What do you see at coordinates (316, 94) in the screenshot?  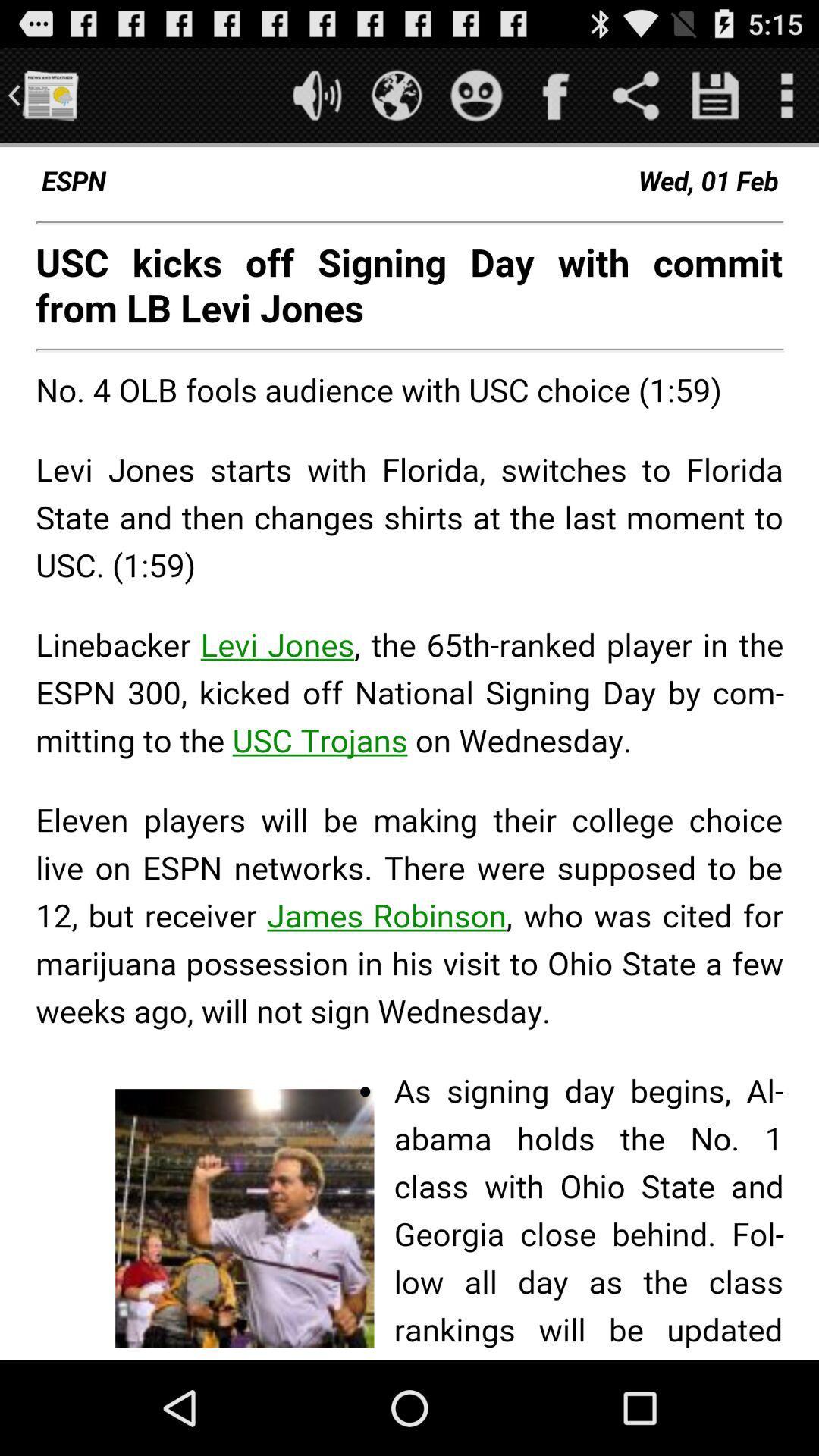 I see `sound` at bounding box center [316, 94].